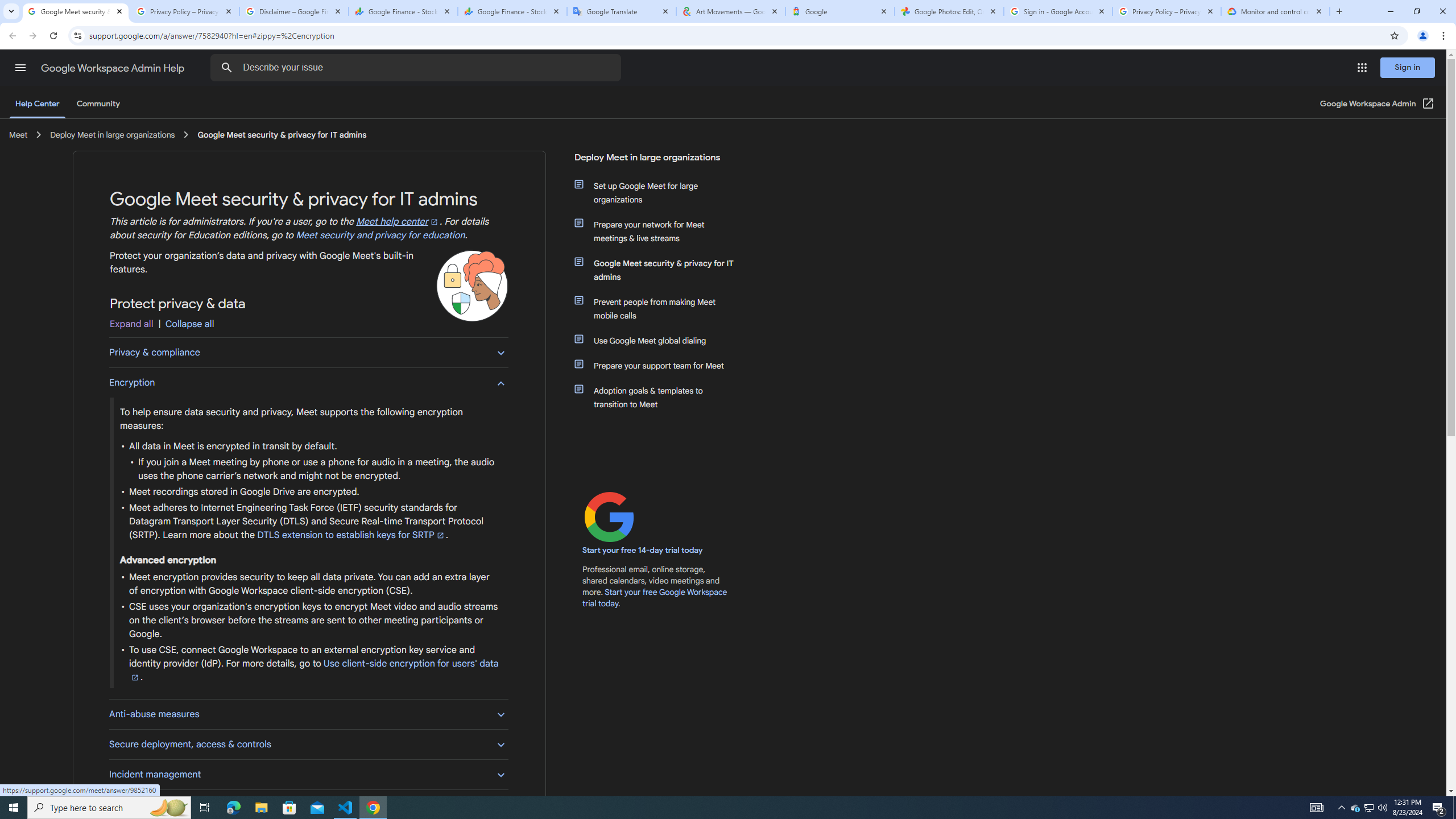 This screenshot has width=1456, height=819. I want to click on 'Encryption', so click(308, 382).